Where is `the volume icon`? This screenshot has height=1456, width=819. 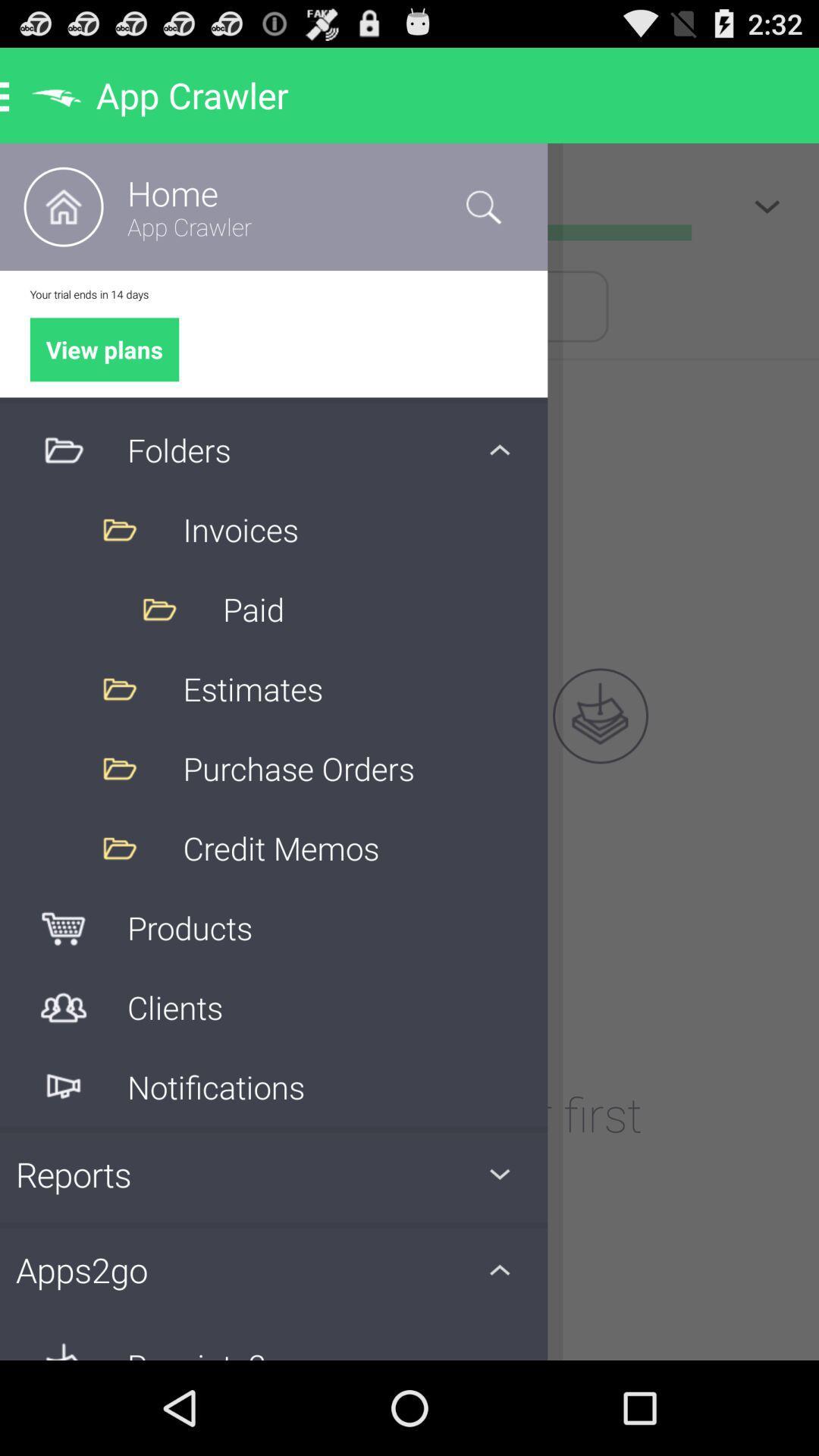 the volume icon is located at coordinates (218, 766).